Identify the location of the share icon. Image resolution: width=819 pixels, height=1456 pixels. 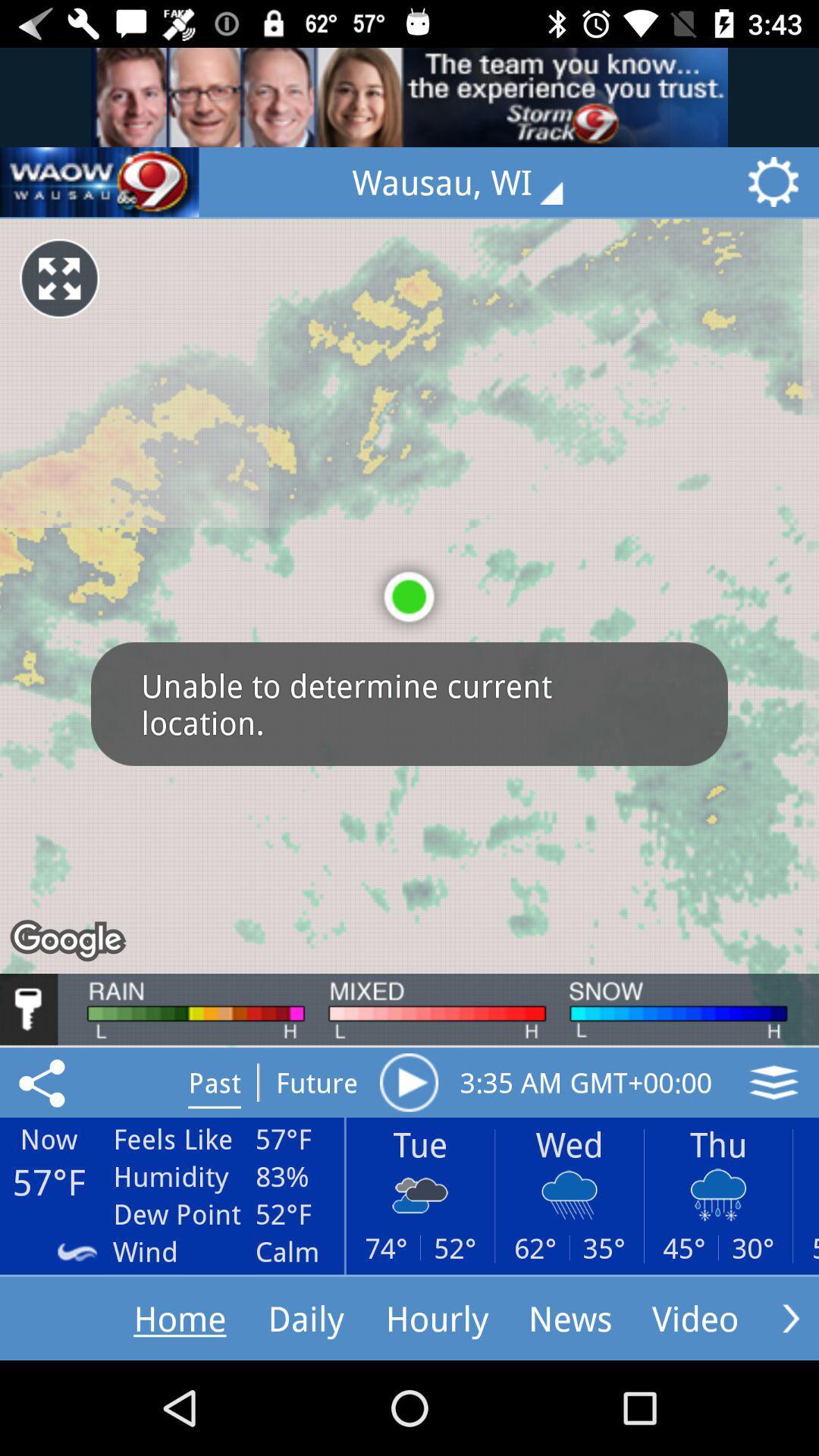
(44, 1081).